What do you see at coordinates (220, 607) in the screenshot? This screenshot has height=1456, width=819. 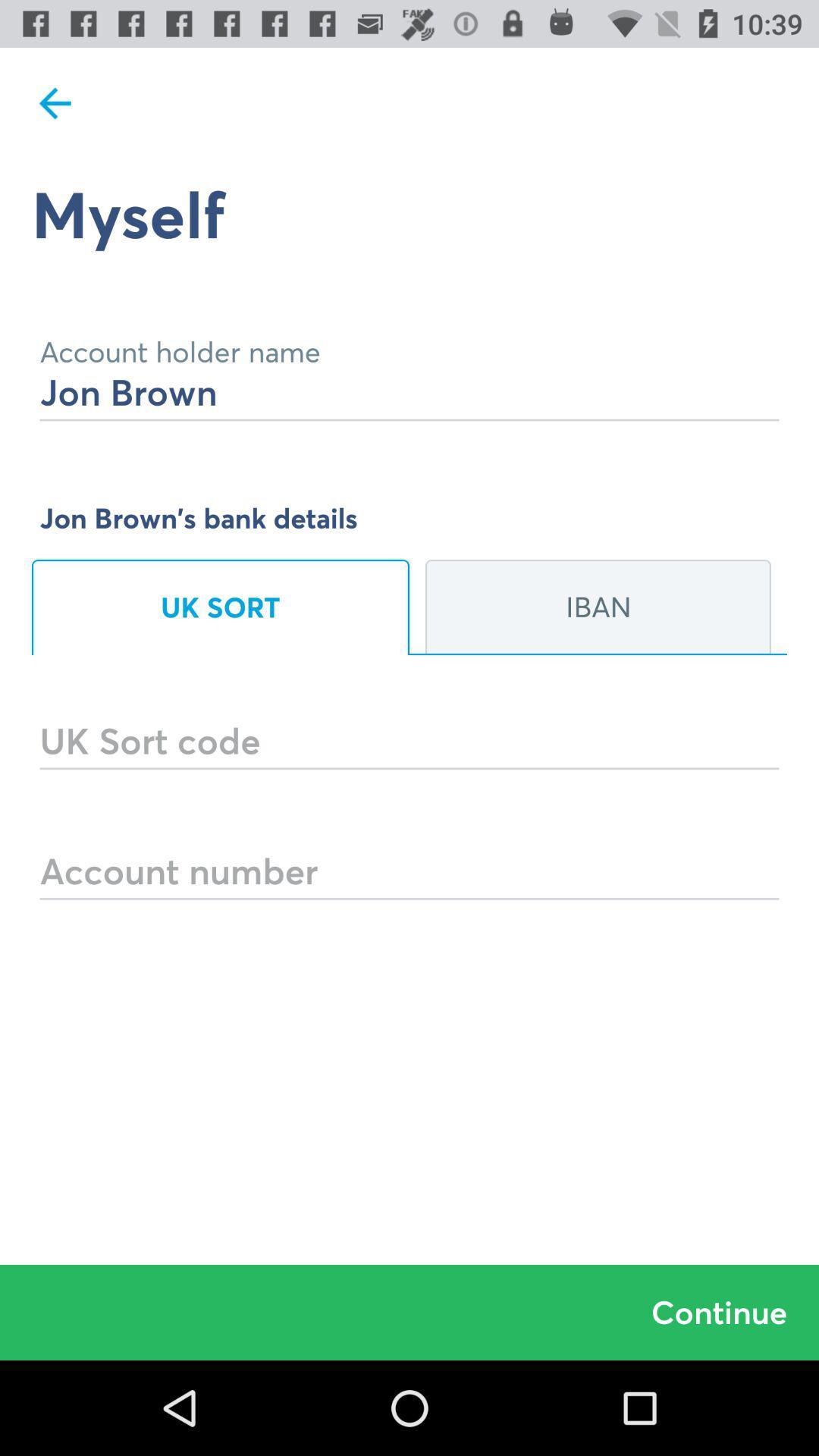 I see `the item next to the iban` at bounding box center [220, 607].